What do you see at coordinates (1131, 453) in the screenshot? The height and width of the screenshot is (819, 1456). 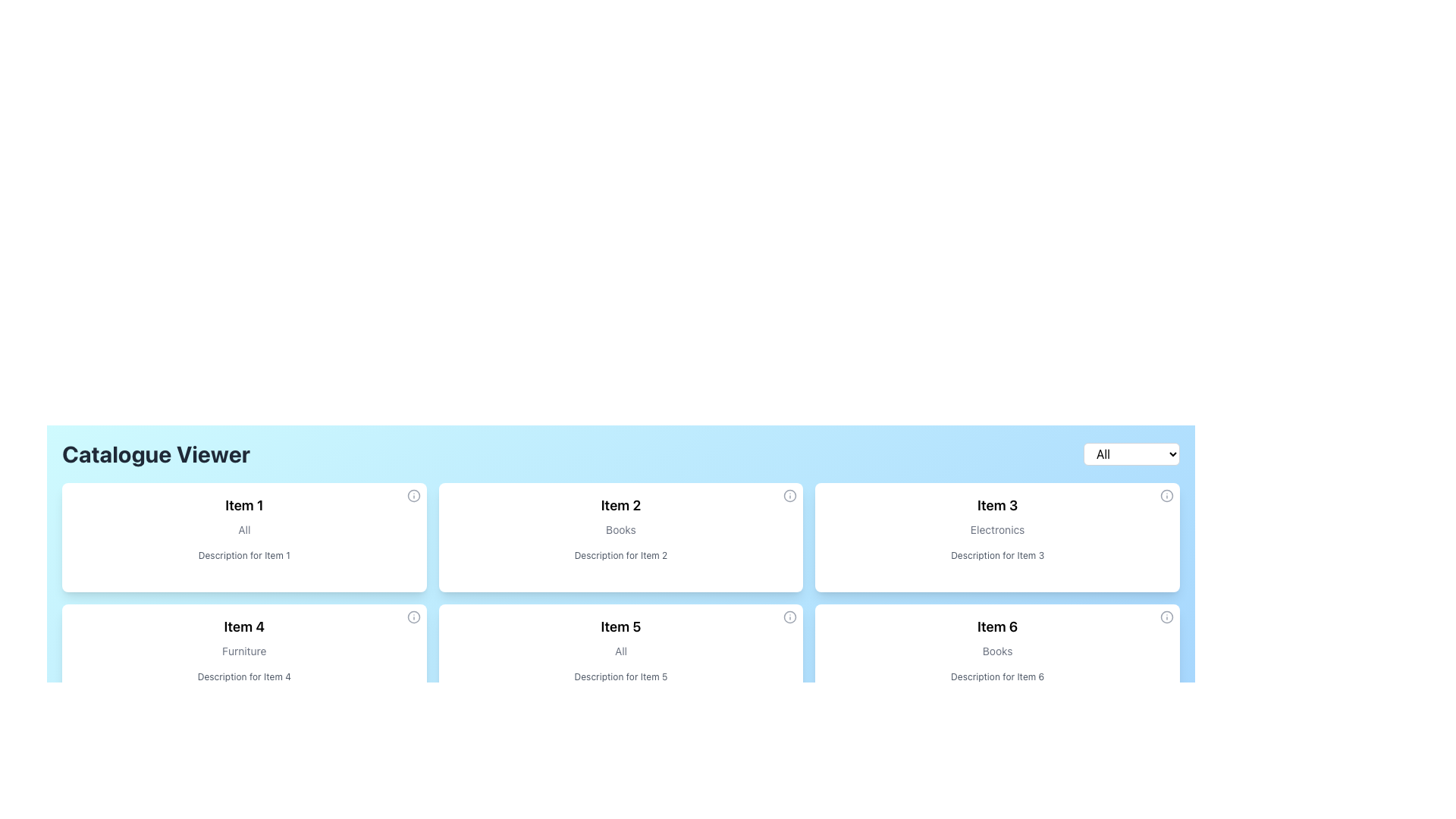 I see `the dropdown menu located at the top-right corner of the interface, adjacent to the 'Catalogue Viewer' title` at bounding box center [1131, 453].